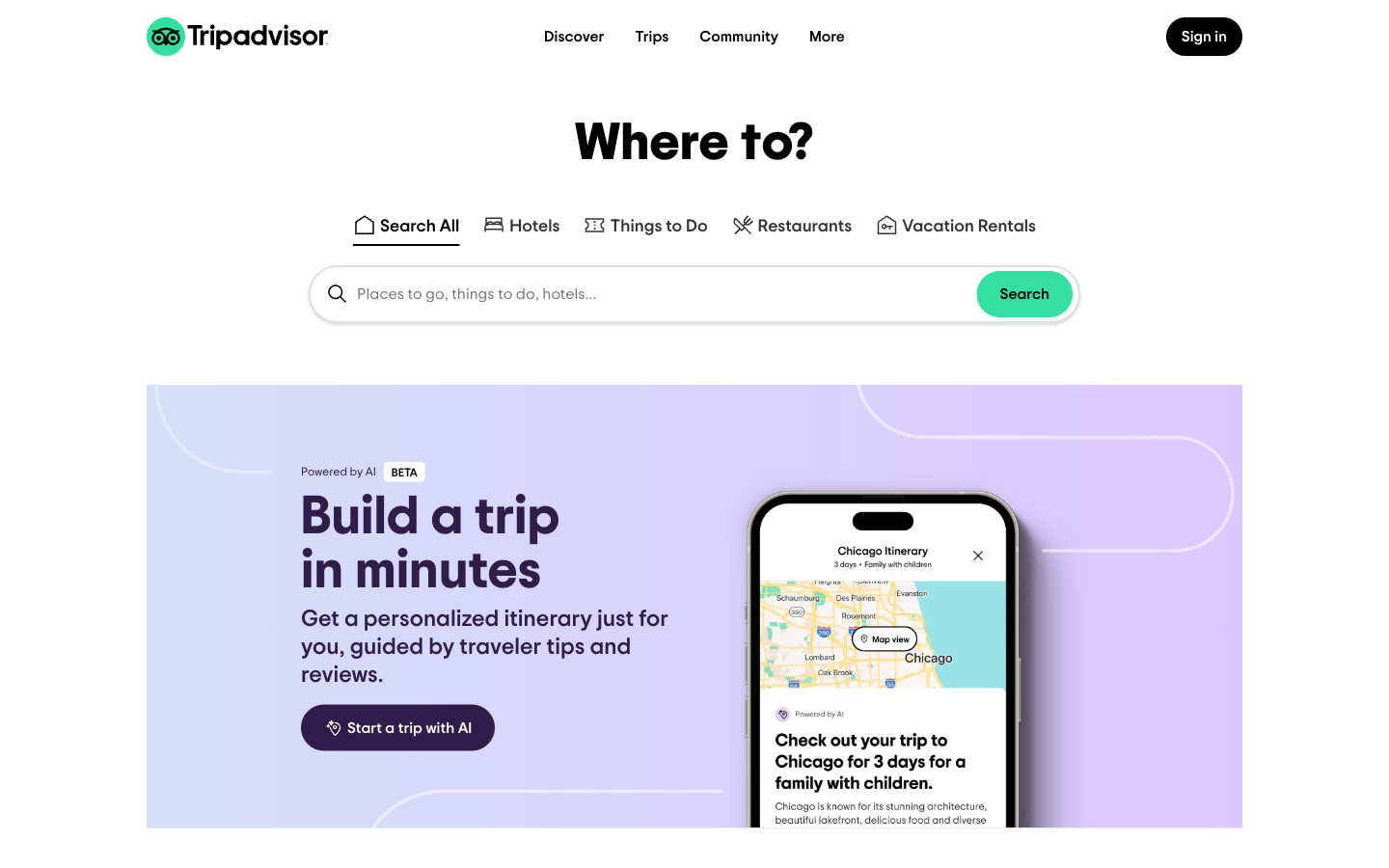 This screenshot has height=868, width=1389. Describe the element at coordinates (791, 218) in the screenshot. I see `Identify dining places located in Pittsburgh` at that location.